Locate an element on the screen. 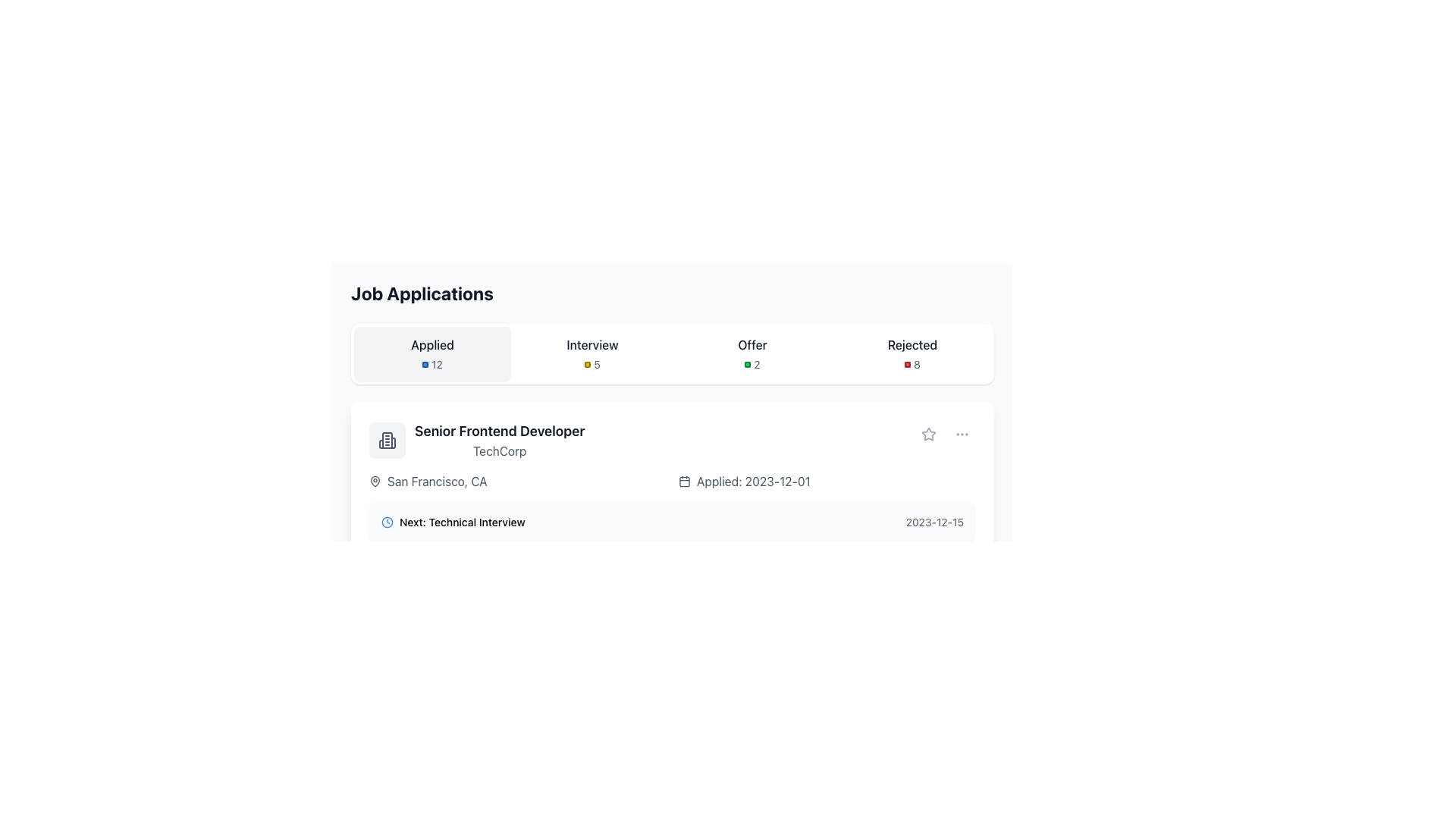 The height and width of the screenshot is (819, 1456). the leading icon of the job application item cell that represents the job position is located at coordinates (387, 441).